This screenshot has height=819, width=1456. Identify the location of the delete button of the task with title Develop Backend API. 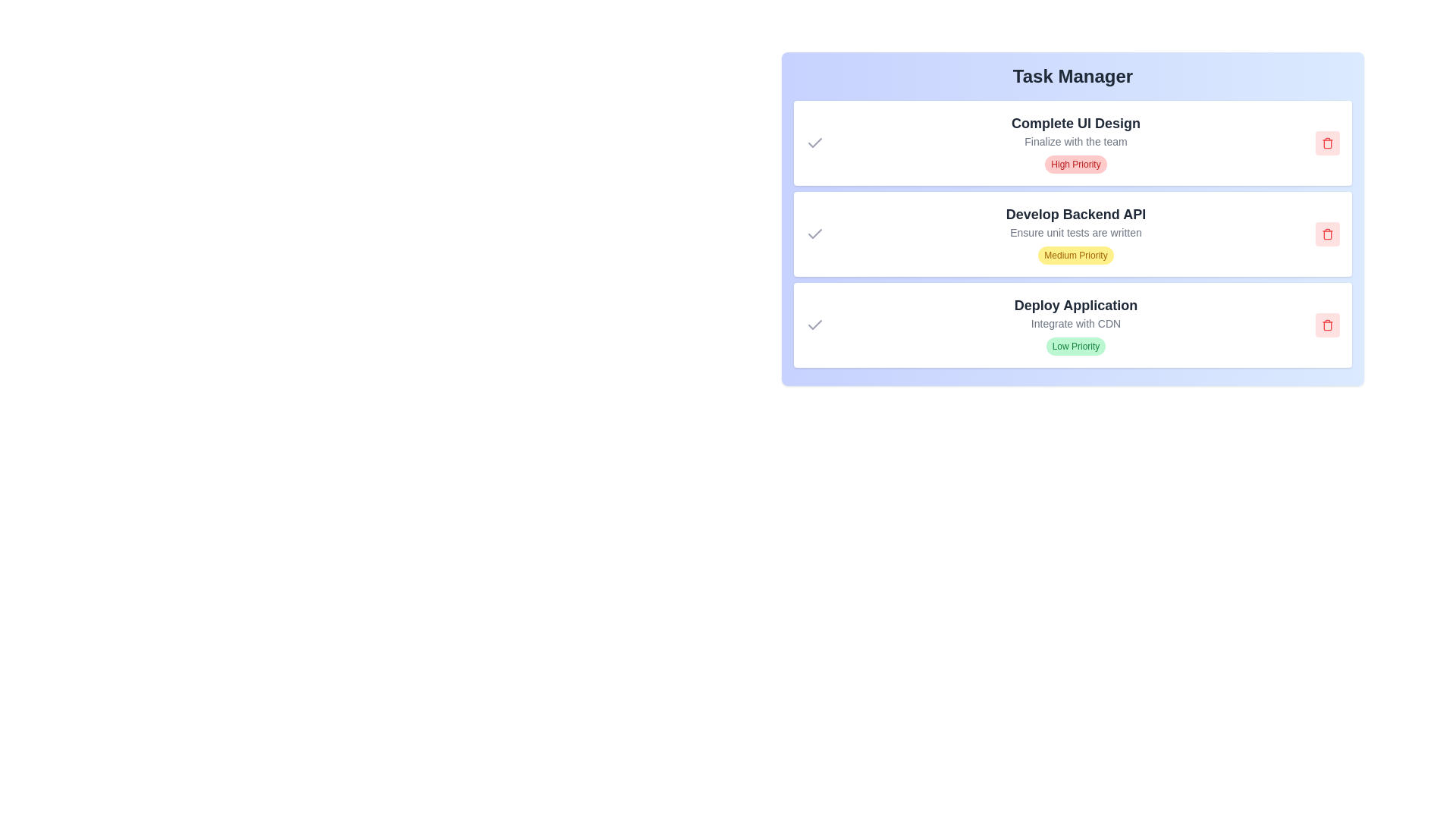
(1327, 234).